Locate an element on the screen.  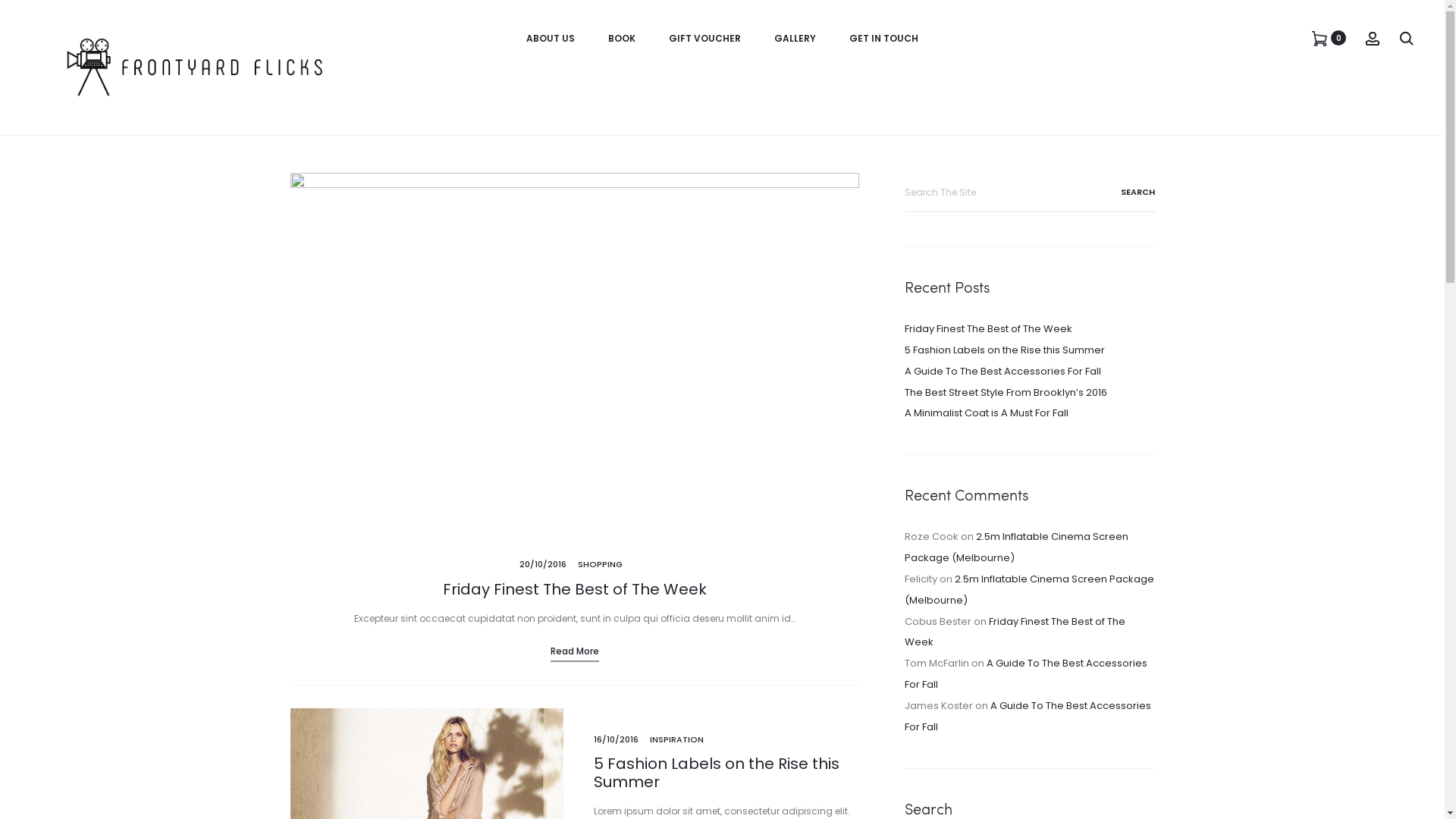
'SHOPPING' is located at coordinates (599, 564).